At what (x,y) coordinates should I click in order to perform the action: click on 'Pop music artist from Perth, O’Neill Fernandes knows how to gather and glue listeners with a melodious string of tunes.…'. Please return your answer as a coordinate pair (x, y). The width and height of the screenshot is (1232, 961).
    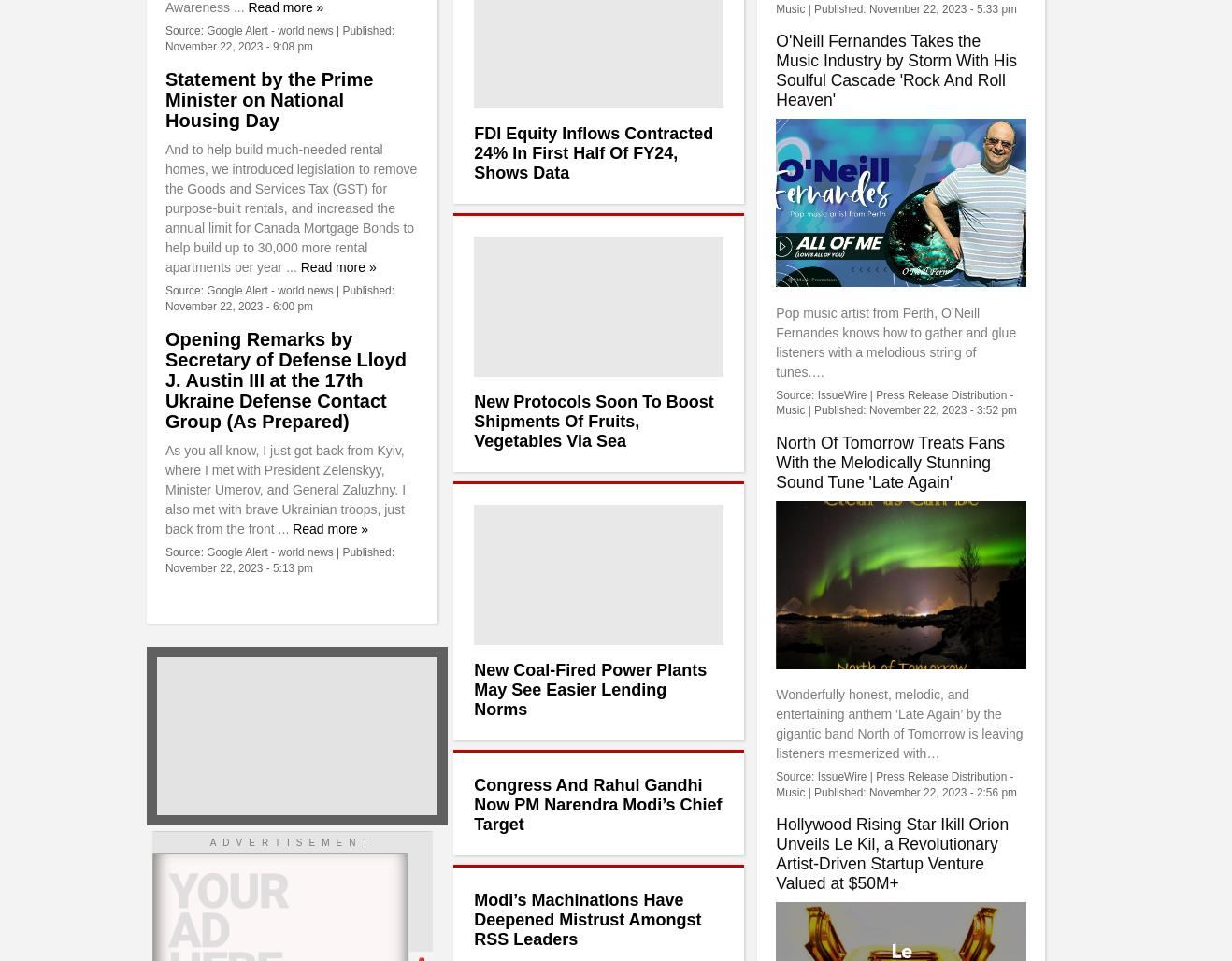
    Looking at the image, I should click on (895, 340).